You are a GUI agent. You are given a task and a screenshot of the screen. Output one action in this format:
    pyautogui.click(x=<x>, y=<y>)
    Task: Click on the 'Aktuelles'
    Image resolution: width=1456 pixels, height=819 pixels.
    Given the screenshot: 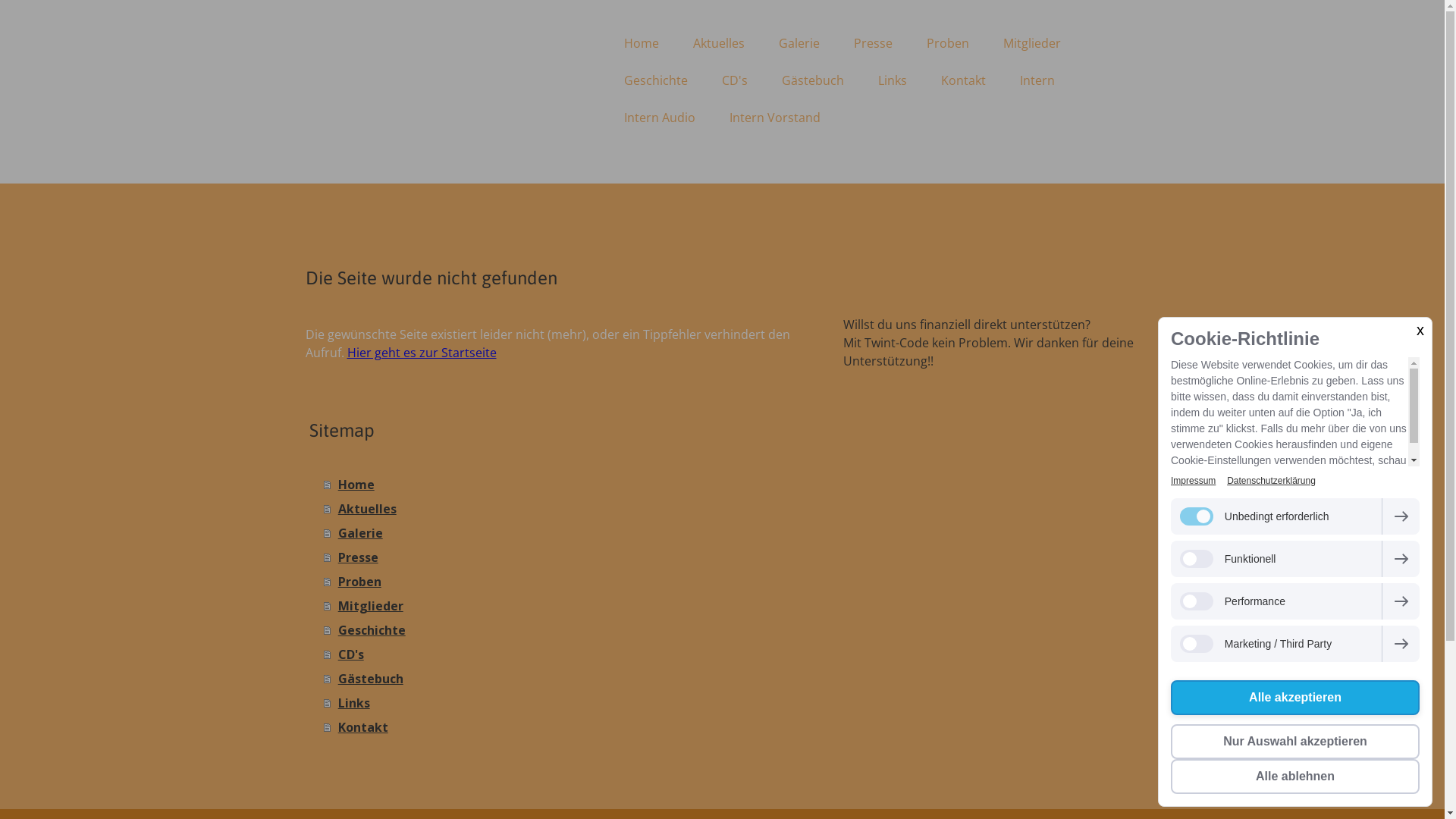 What is the action you would take?
    pyautogui.click(x=718, y=42)
    